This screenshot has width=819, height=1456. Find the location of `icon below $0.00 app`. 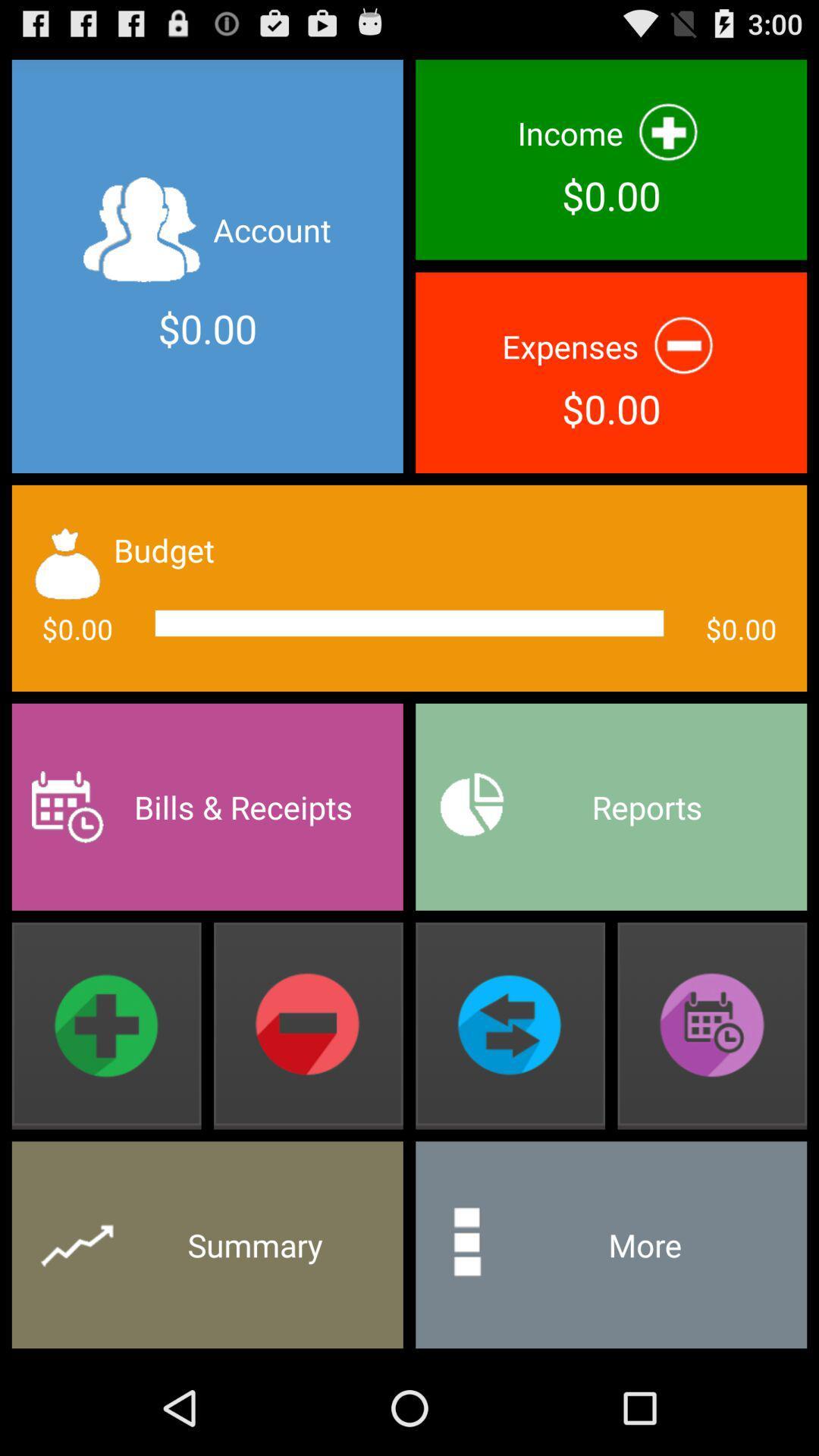

icon below $0.00 app is located at coordinates (610, 806).